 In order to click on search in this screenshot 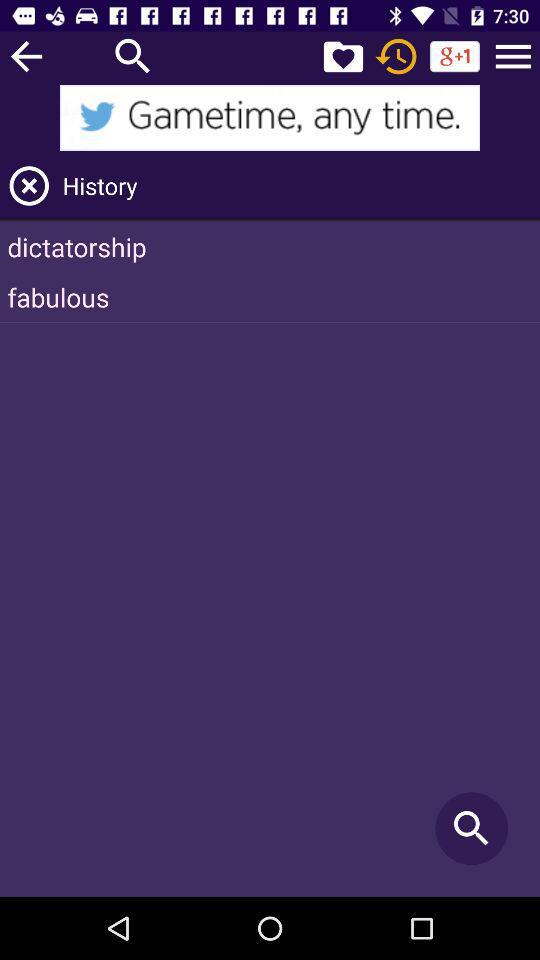, I will do `click(133, 55)`.